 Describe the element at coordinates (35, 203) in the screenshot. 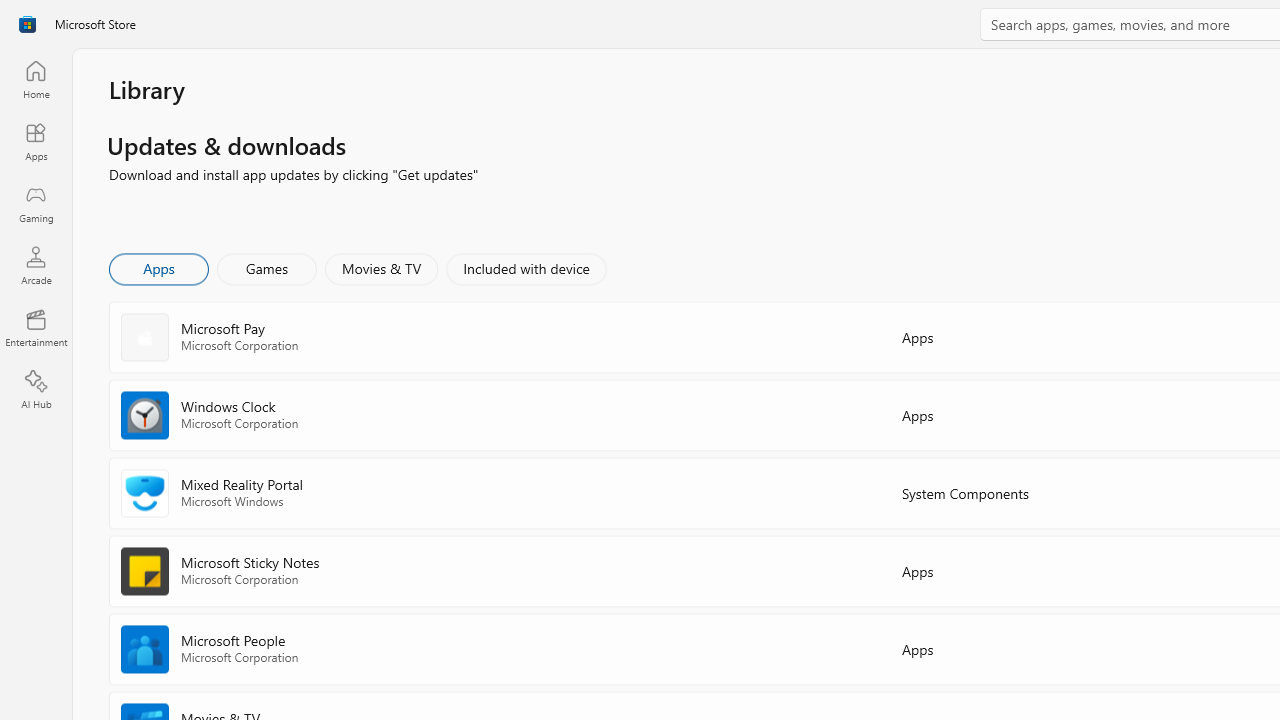

I see `'Gaming'` at that location.